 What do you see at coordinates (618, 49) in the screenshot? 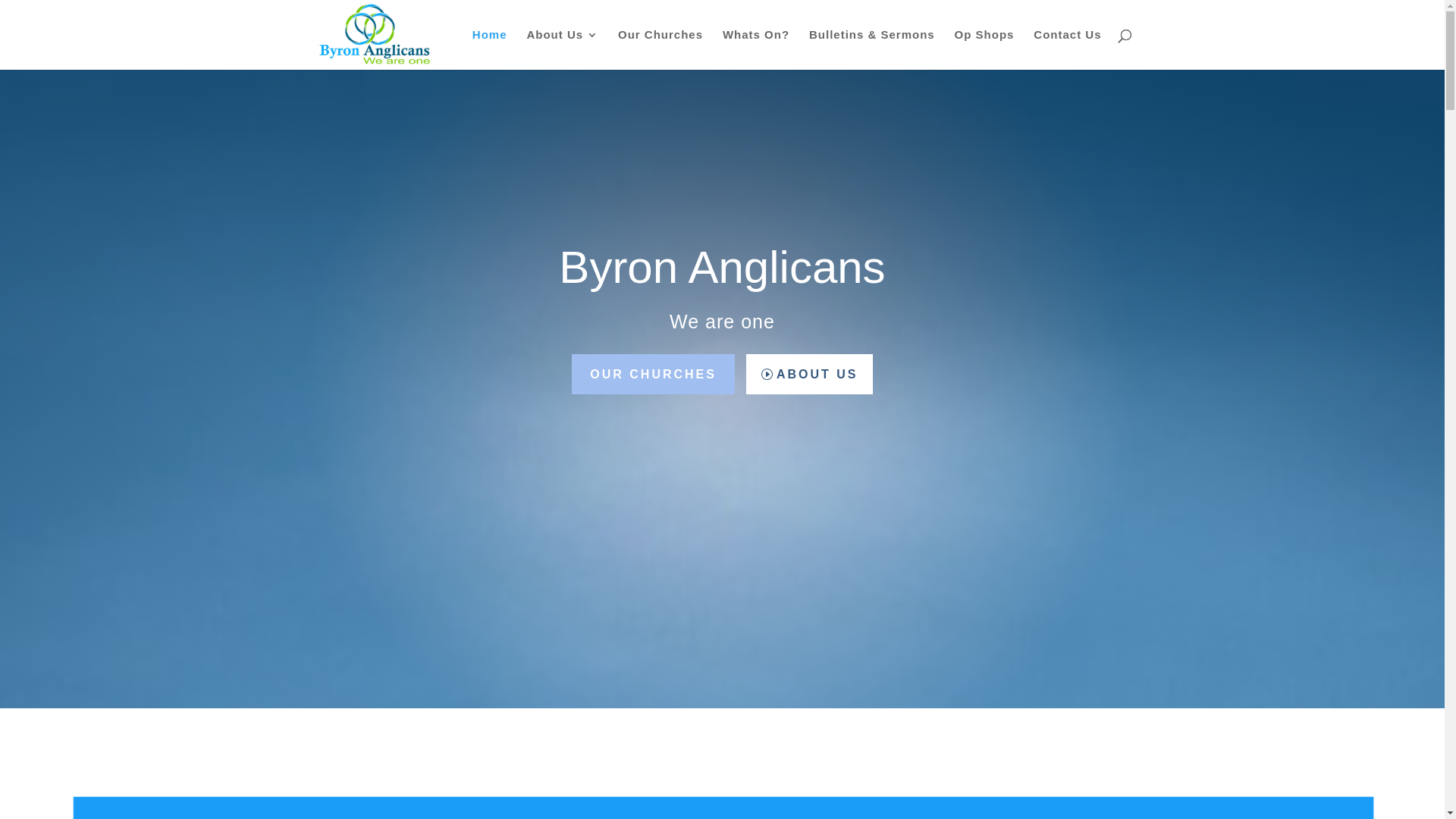
I see `'Our Churches'` at bounding box center [618, 49].